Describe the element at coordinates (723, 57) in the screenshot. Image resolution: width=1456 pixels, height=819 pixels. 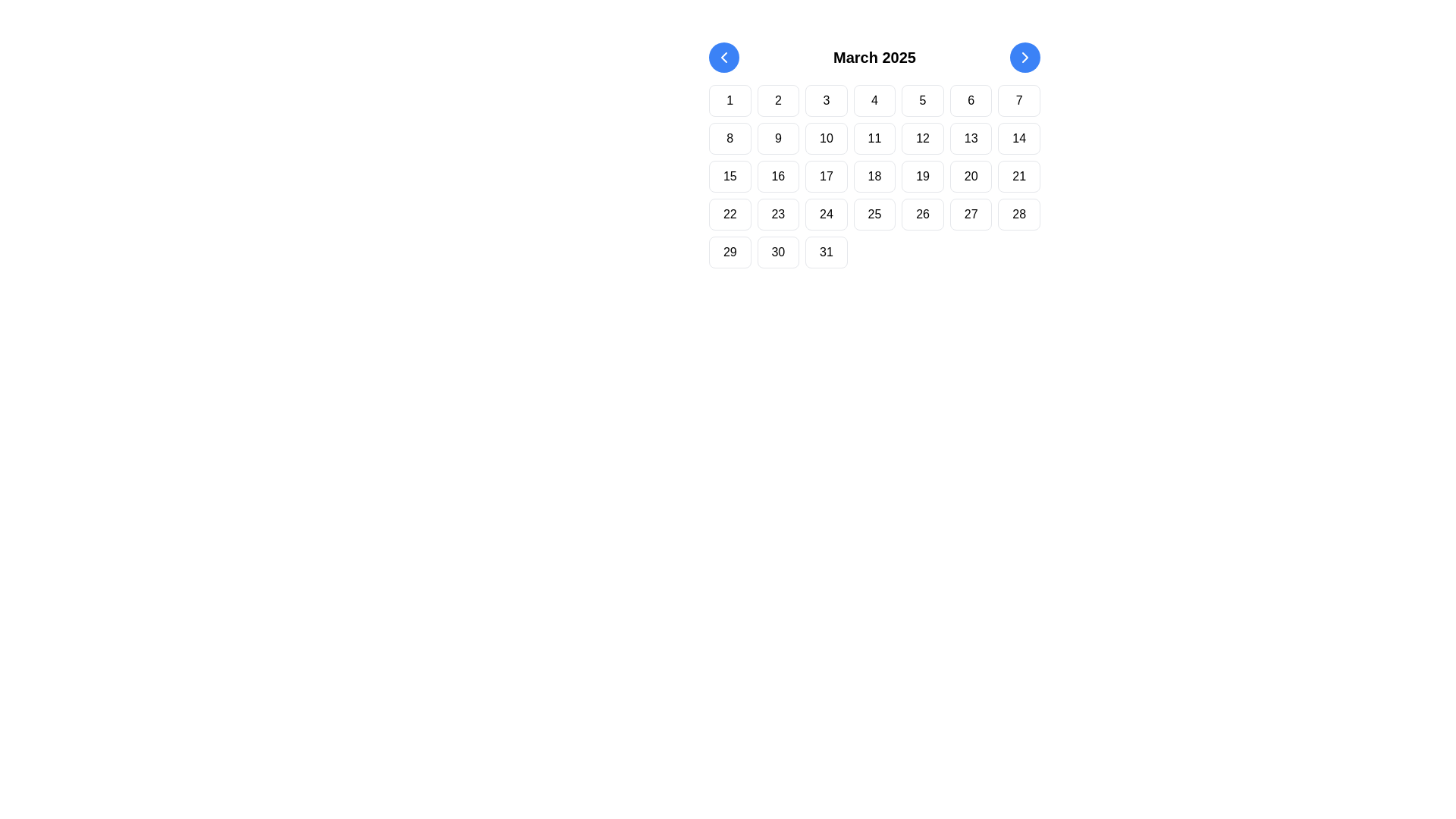
I see `the left arrow icon (Chevron Left) located in a blue circular button at the top left of the calendar interface` at that location.